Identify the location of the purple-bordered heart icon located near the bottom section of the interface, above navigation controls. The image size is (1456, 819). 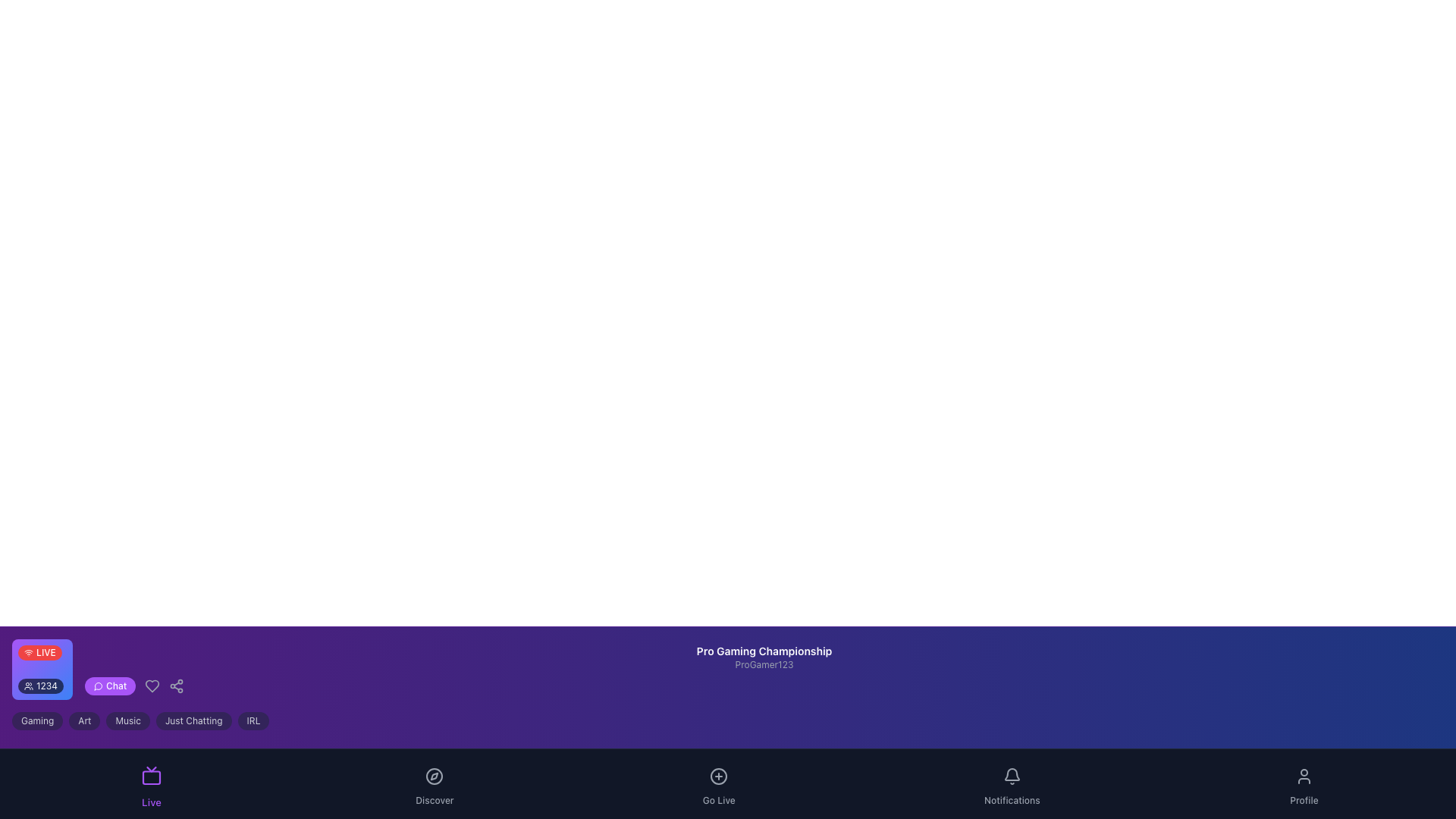
(152, 686).